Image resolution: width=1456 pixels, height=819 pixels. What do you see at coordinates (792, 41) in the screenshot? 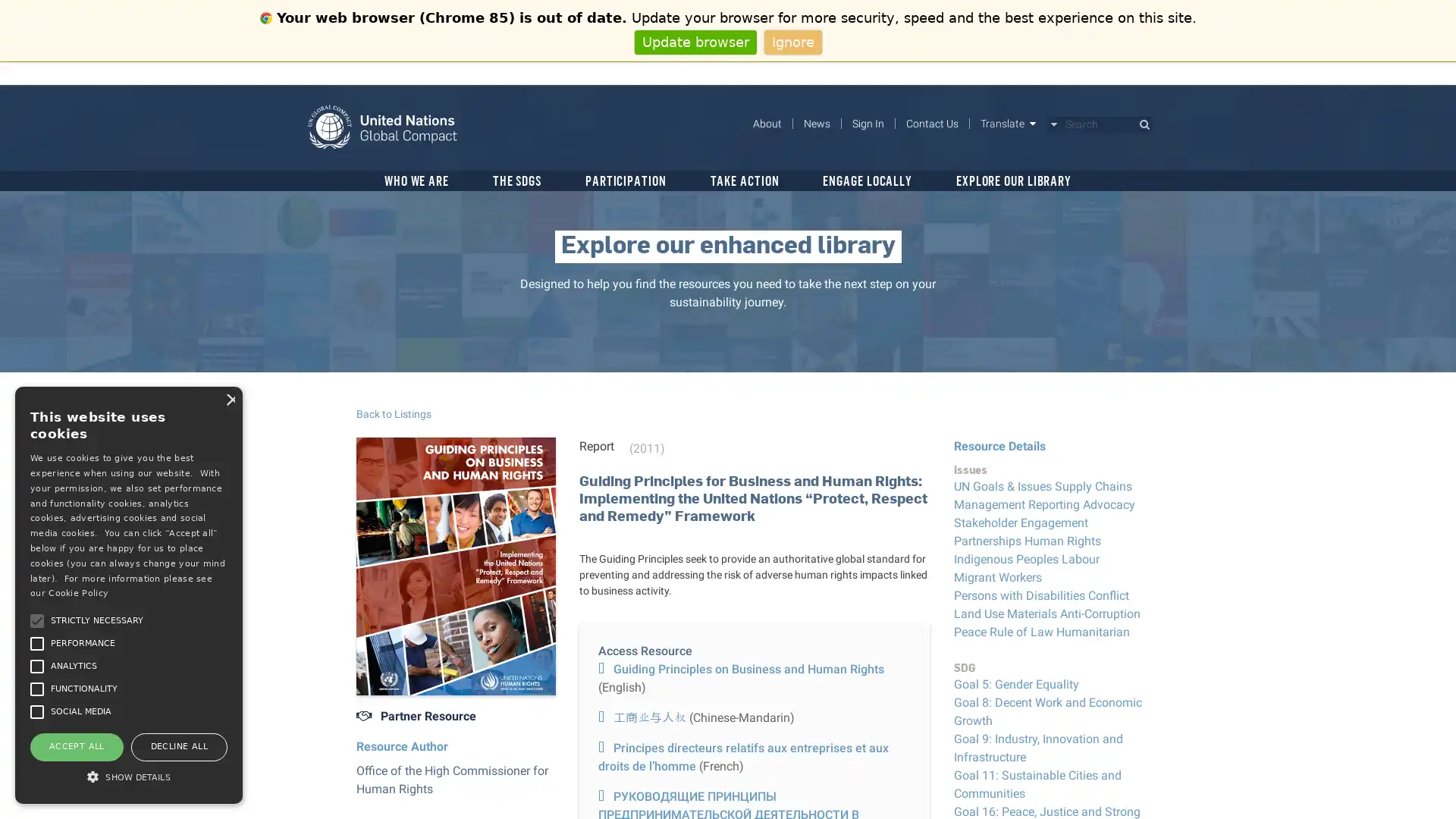
I see `Ignore` at bounding box center [792, 41].